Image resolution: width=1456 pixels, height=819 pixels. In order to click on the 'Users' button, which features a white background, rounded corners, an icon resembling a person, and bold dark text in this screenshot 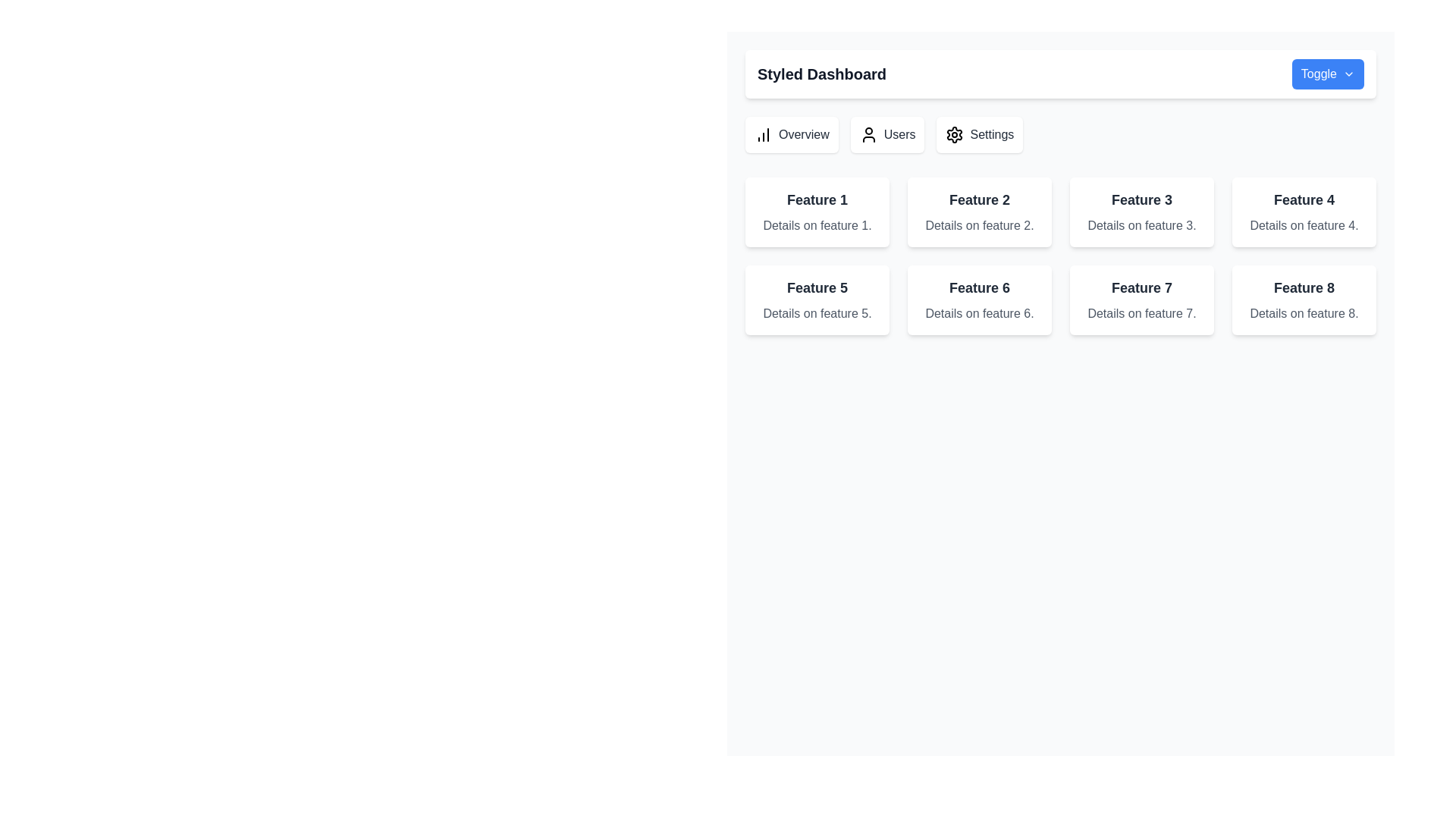, I will do `click(887, 133)`.